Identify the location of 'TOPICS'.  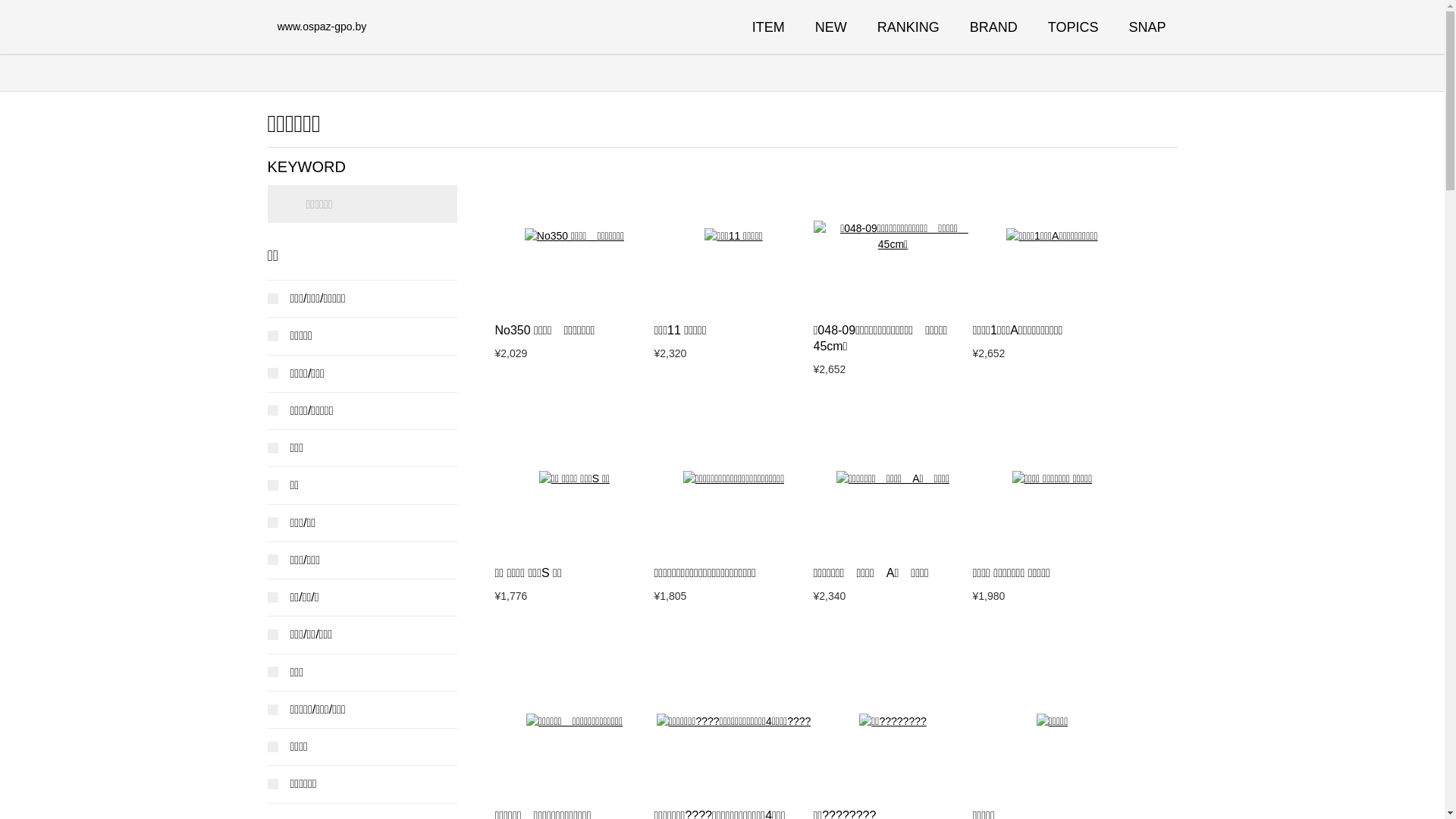
(1072, 27).